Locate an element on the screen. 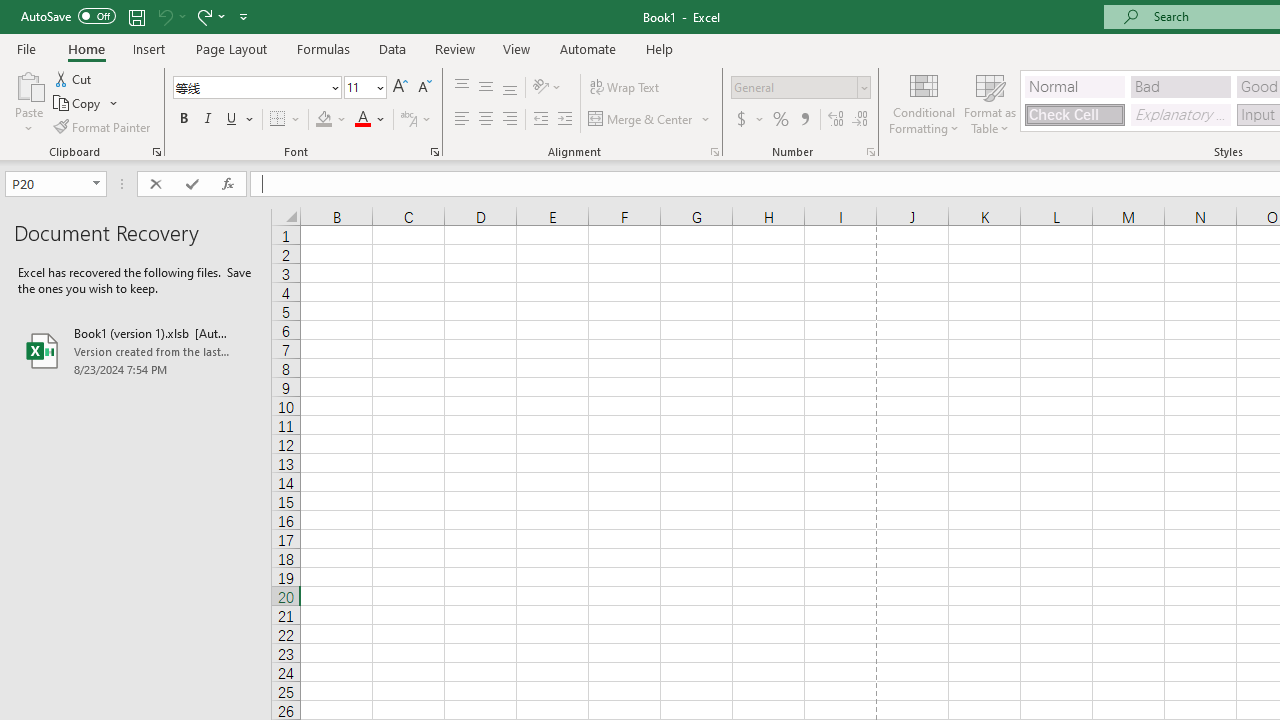 The width and height of the screenshot is (1280, 720). 'Format Cell Font' is located at coordinates (434, 150).